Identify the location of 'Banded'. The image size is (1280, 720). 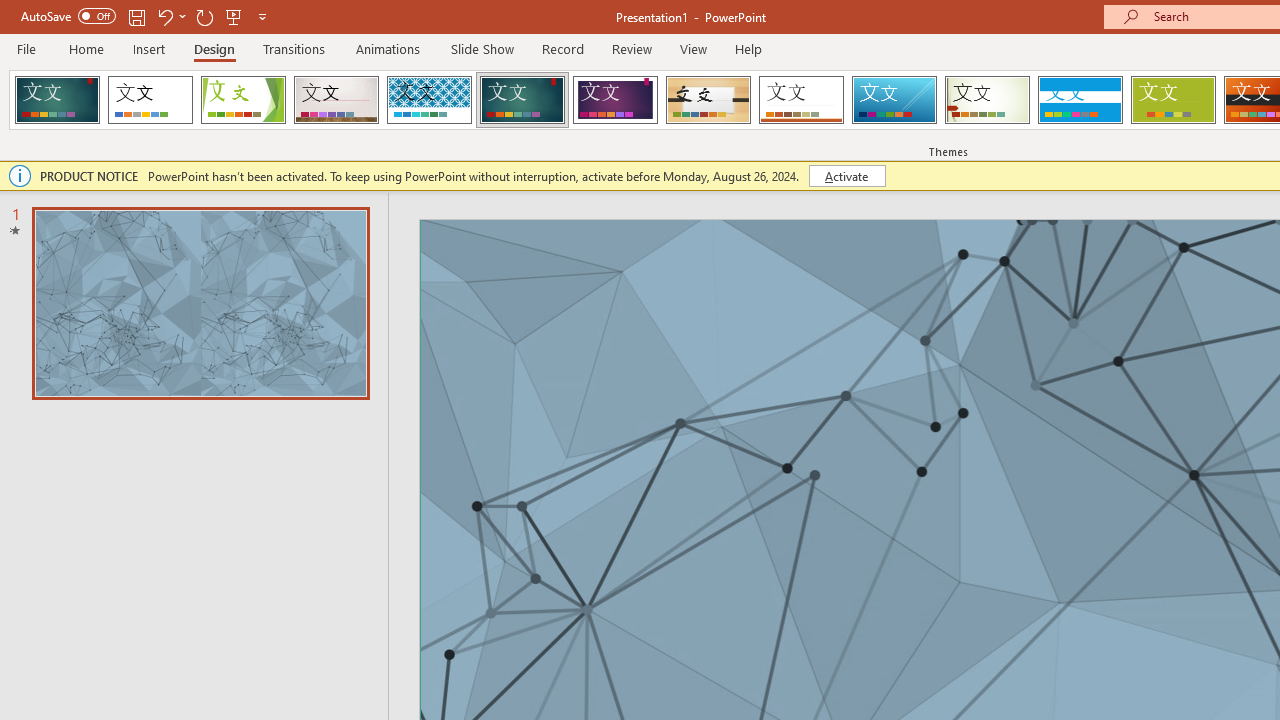
(1079, 100).